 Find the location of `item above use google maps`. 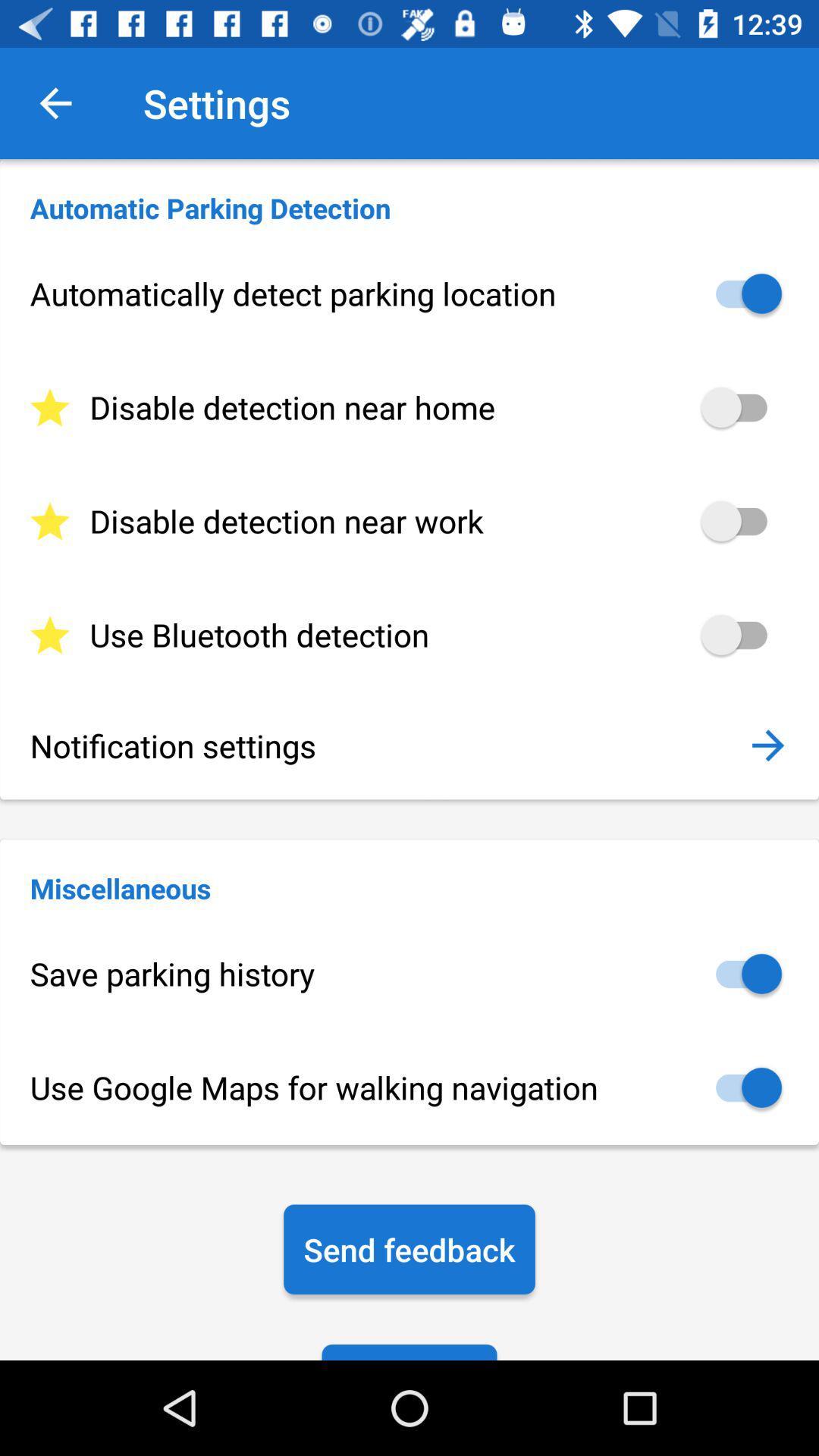

item above use google maps is located at coordinates (409, 974).